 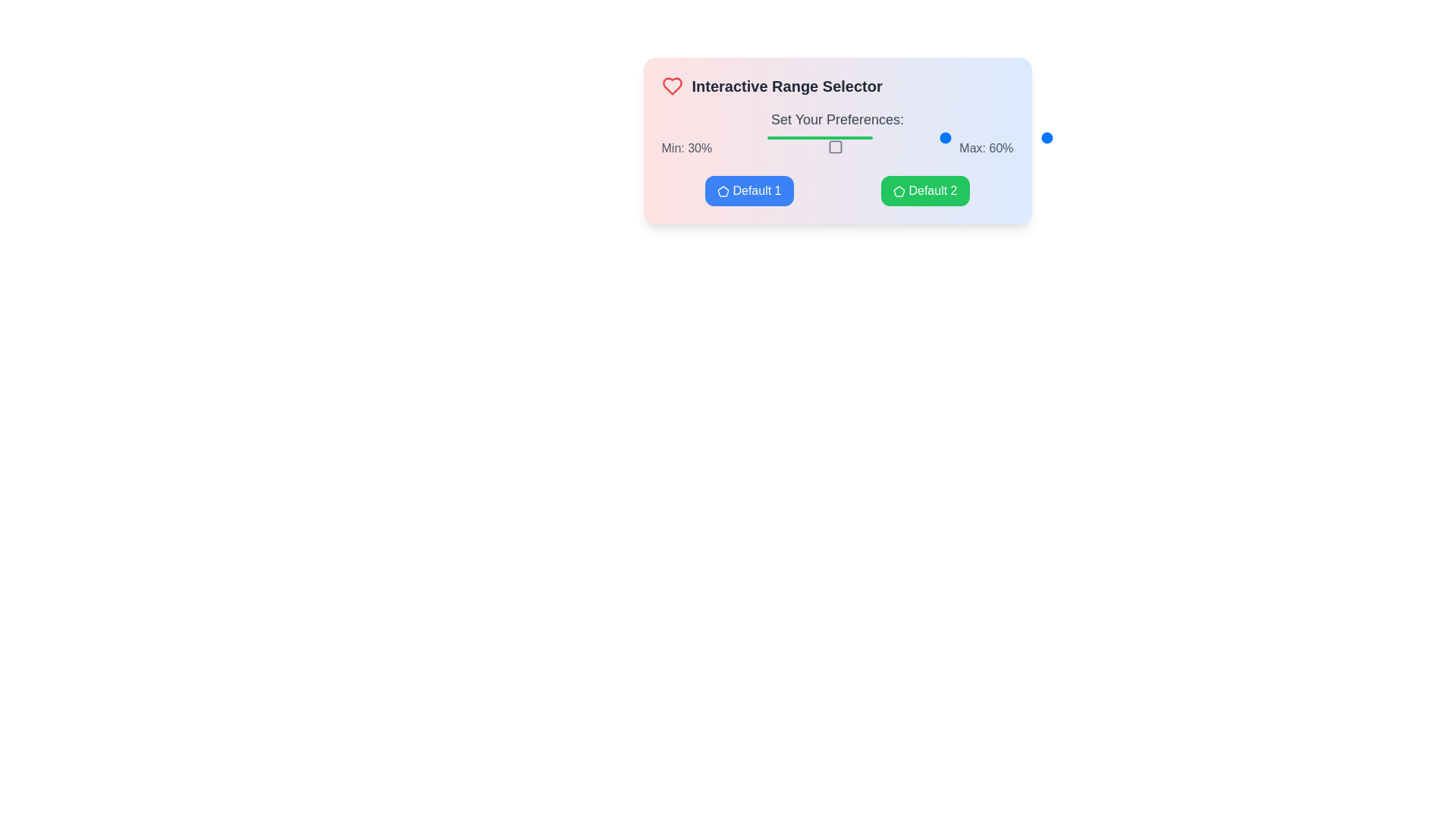 I want to click on the 'Default 2' button, which is the second button in a row of two buttons positioned to the right of the 'Default 1' button, so click(x=924, y=190).